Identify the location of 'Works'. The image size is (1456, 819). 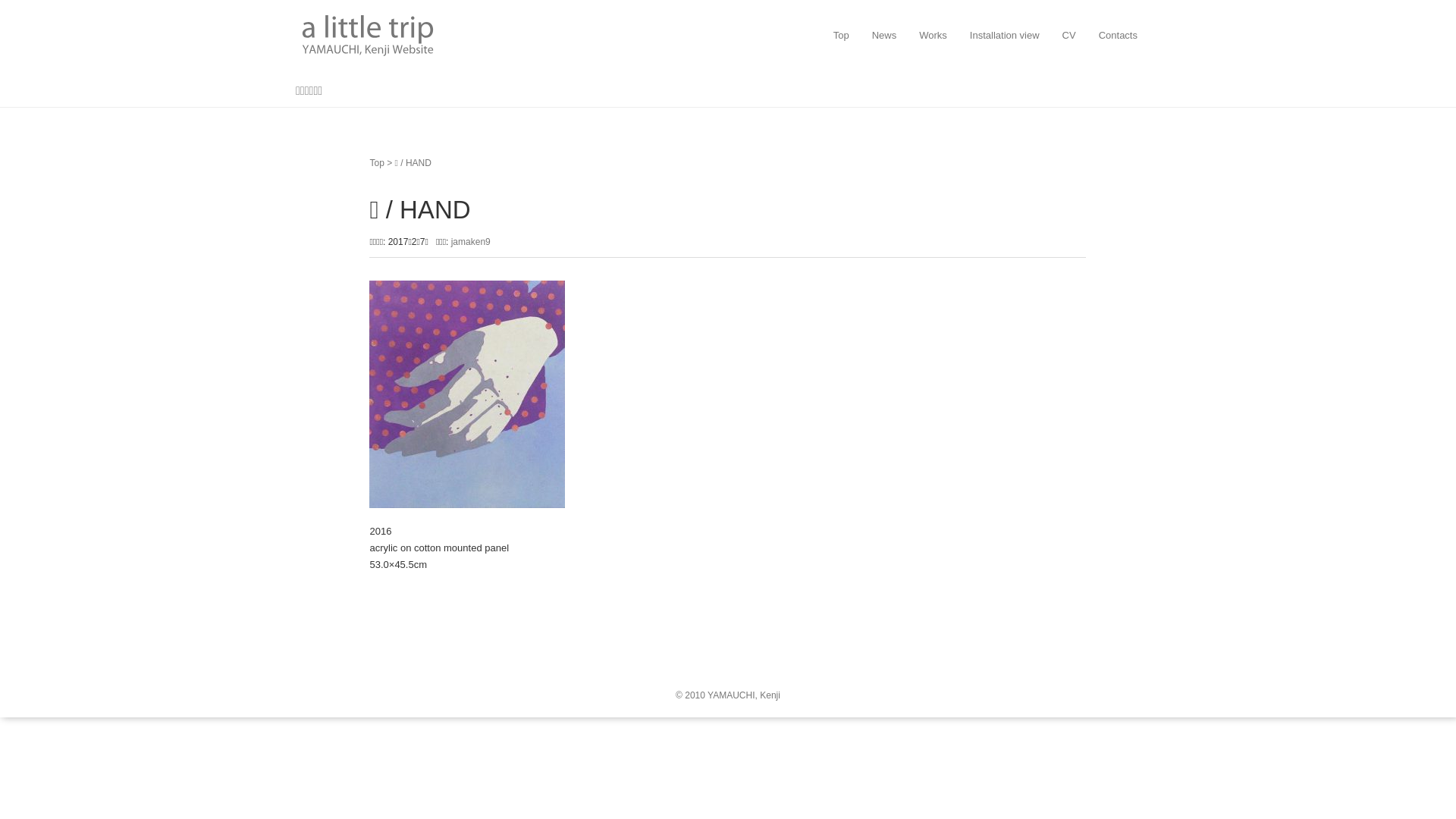
(932, 34).